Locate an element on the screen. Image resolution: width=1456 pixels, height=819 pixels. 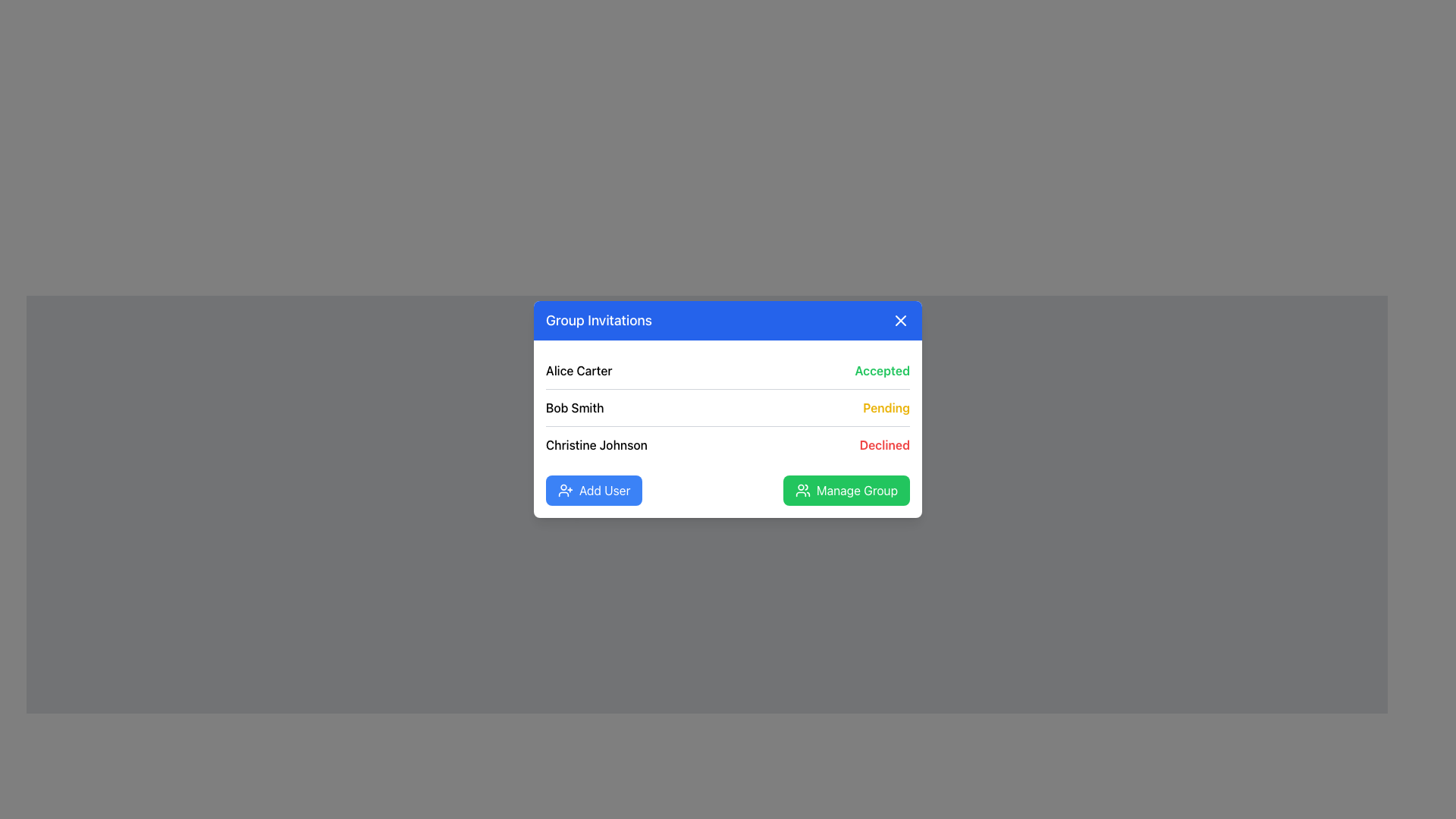
the text label displaying 'Christine Johnson', which is aligned to the left in the last entry of the 'Group Invitations' list, next to the 'Declined' status on the right is located at coordinates (596, 444).